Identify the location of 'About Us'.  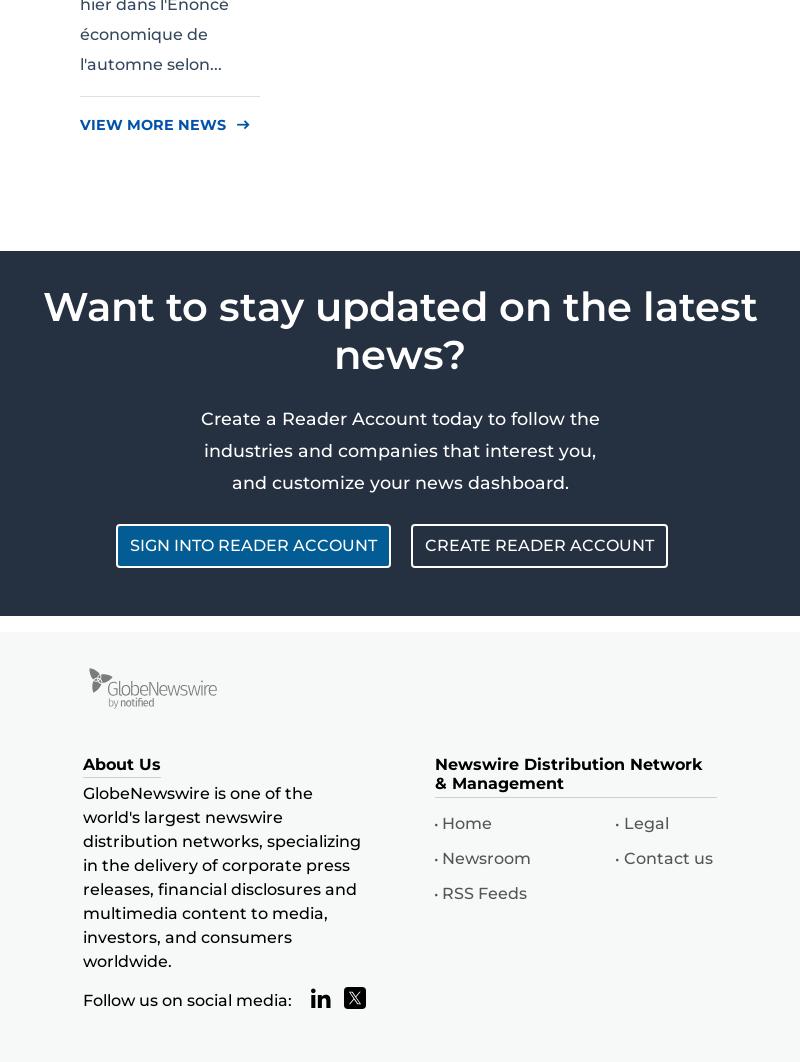
(121, 764).